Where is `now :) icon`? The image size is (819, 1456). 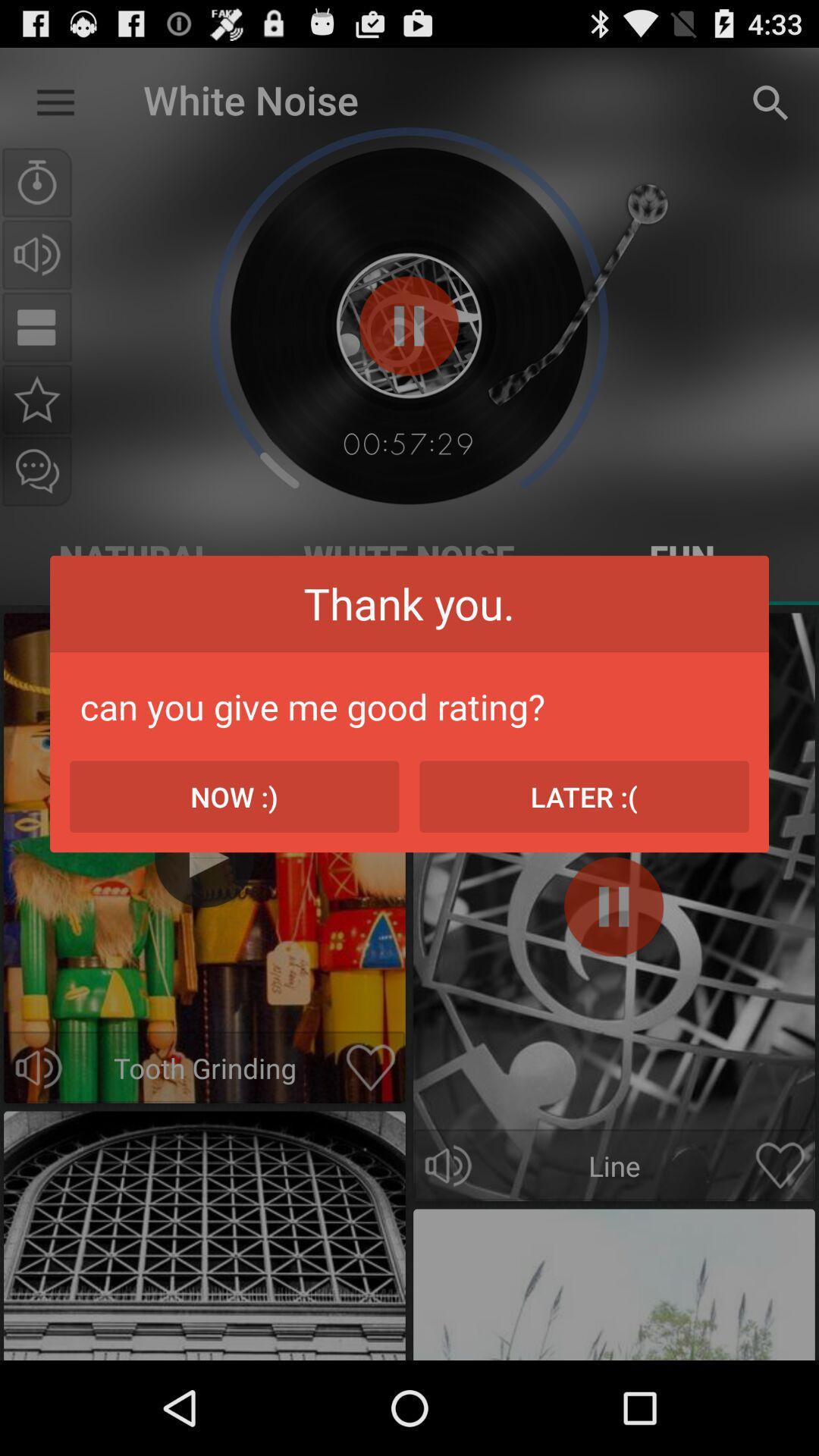
now :) icon is located at coordinates (234, 795).